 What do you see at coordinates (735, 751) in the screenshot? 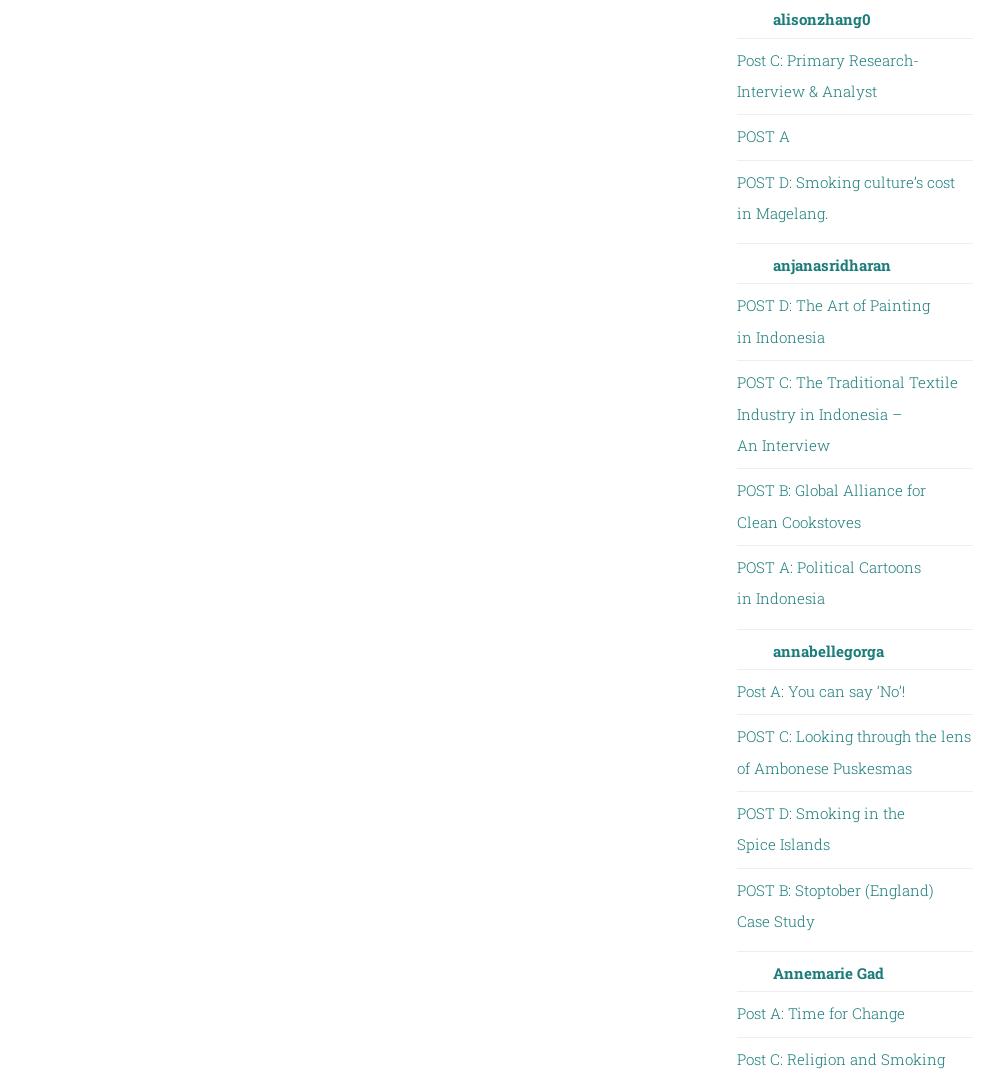
I see `'POST C: Looking through the lens of Ambonese Puskesmas'` at bounding box center [735, 751].